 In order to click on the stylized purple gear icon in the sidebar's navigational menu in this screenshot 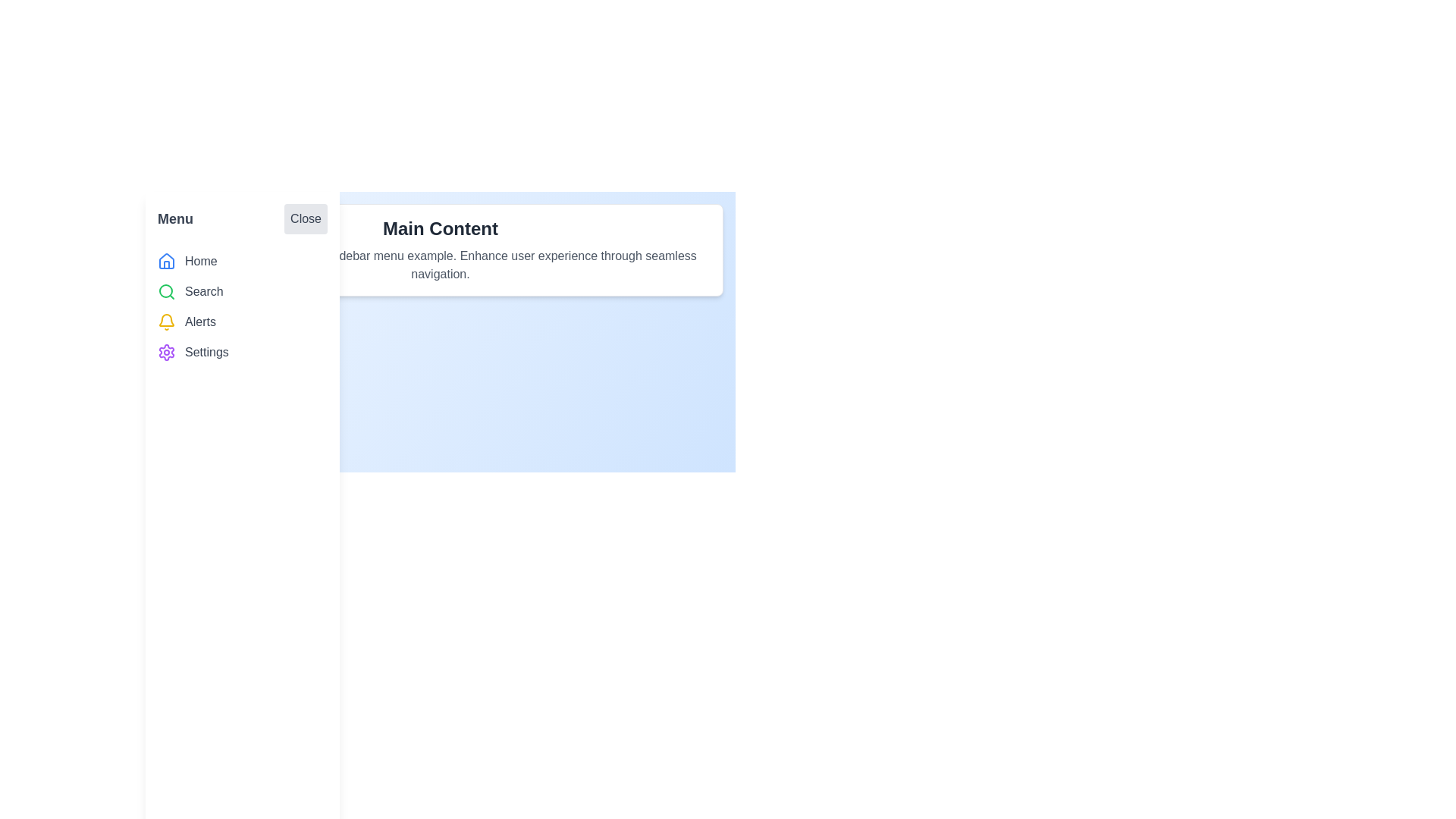, I will do `click(167, 353)`.